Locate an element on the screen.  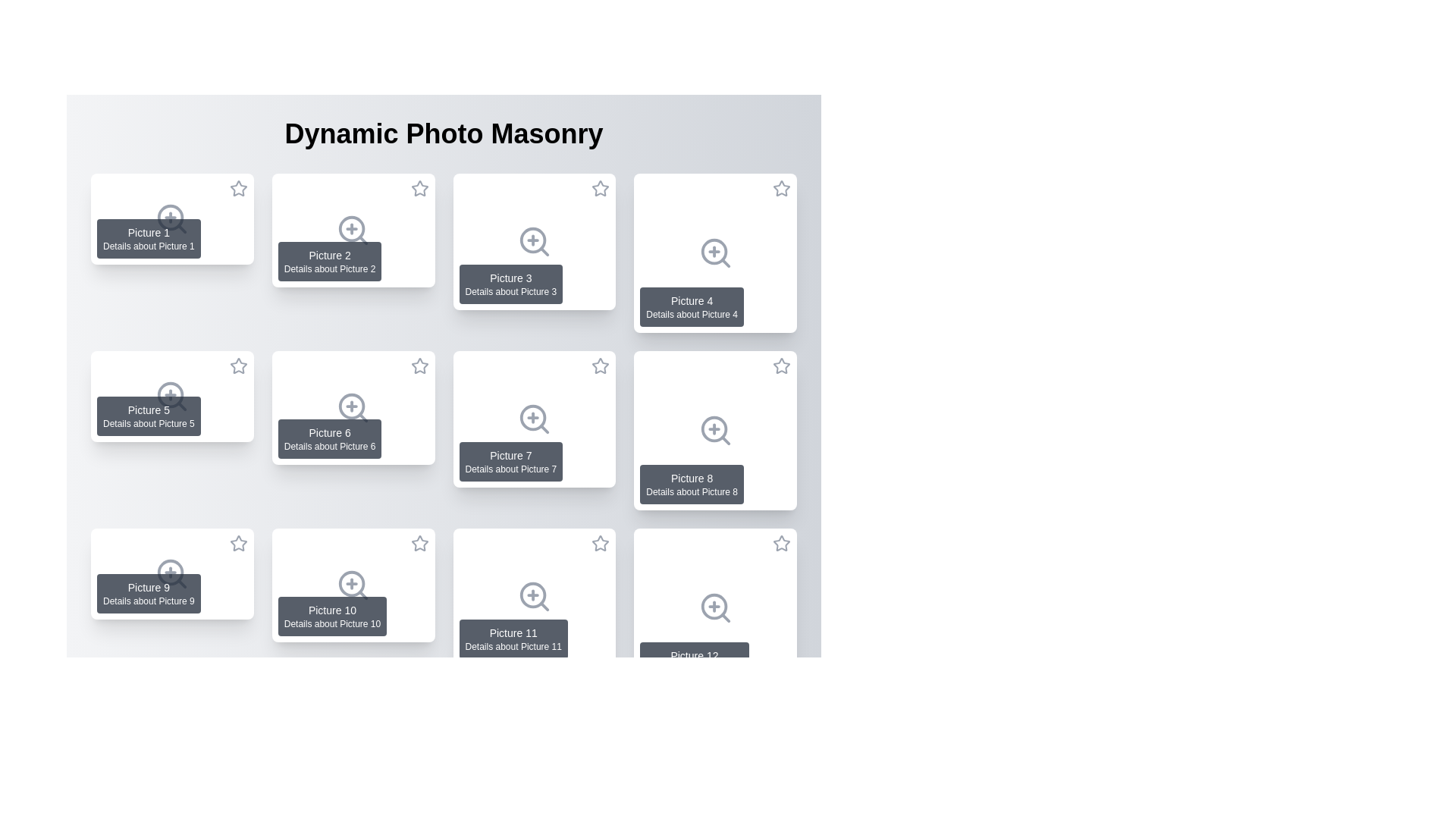
information displayed in the 'Picture 3' text label, which includes the title and subtitle on a dark, semi-transparent background located at the bottom-left corner of the card in the third column of the grid layout is located at coordinates (510, 284).